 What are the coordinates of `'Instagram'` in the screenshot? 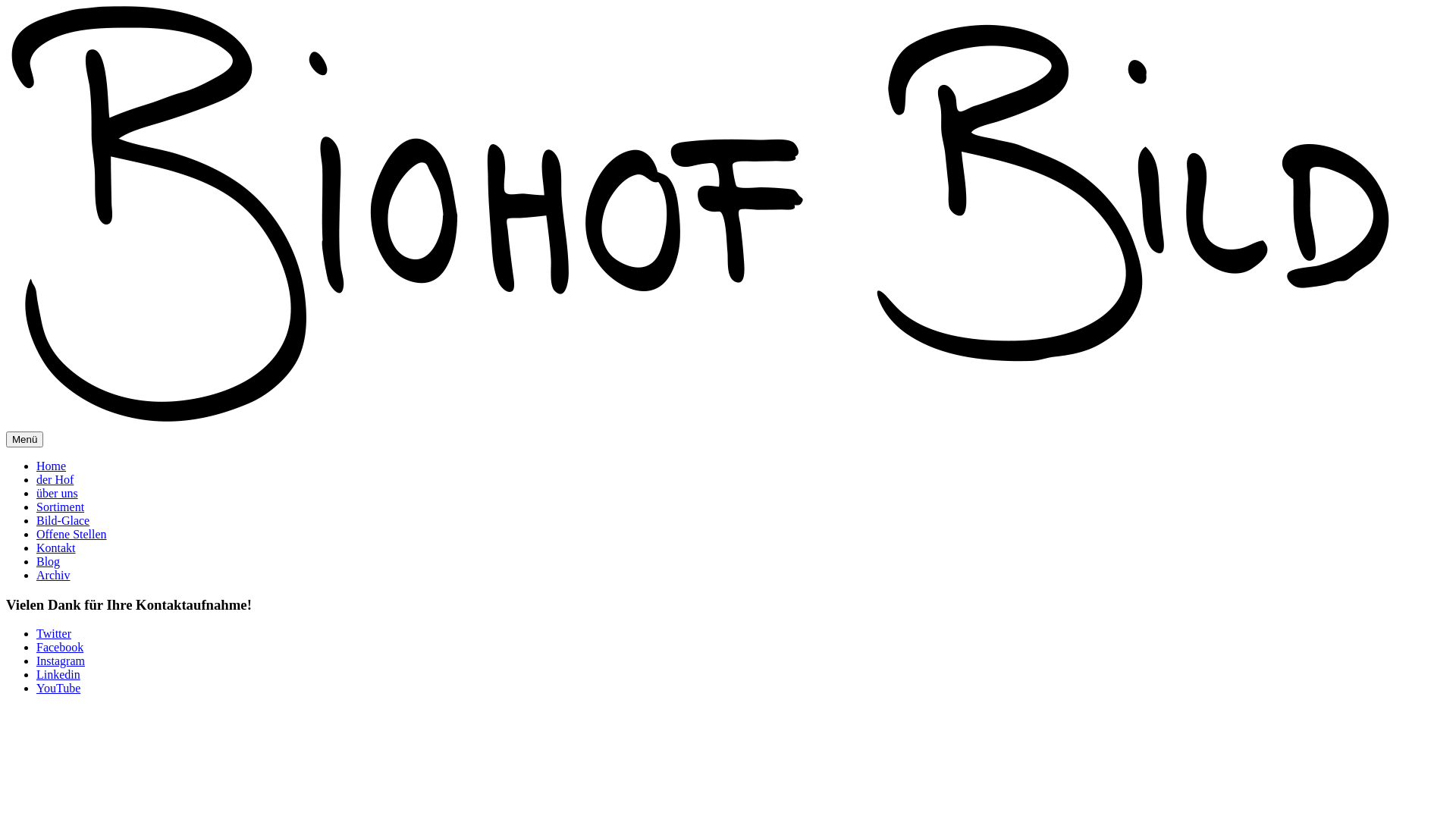 It's located at (61, 660).